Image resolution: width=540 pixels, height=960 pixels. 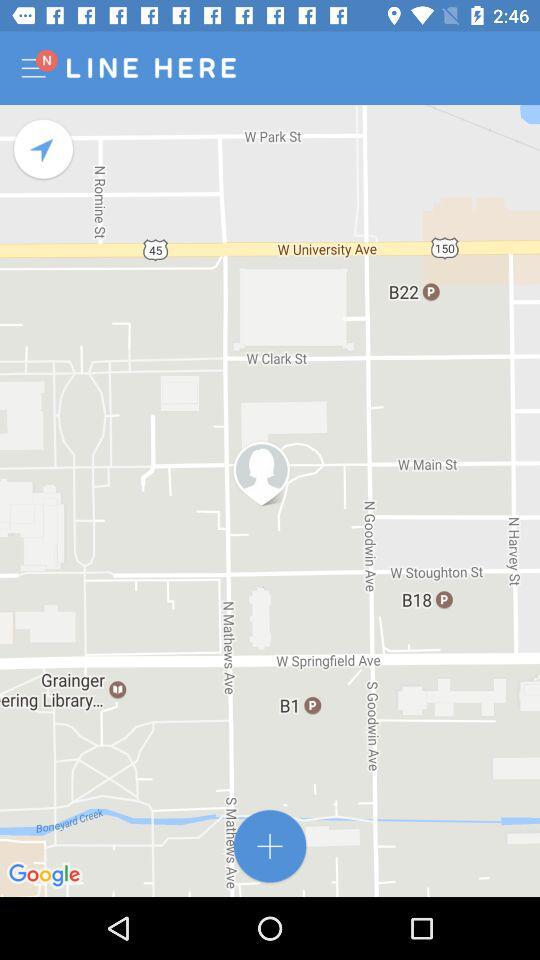 What do you see at coordinates (270, 846) in the screenshot?
I see `the add icon` at bounding box center [270, 846].